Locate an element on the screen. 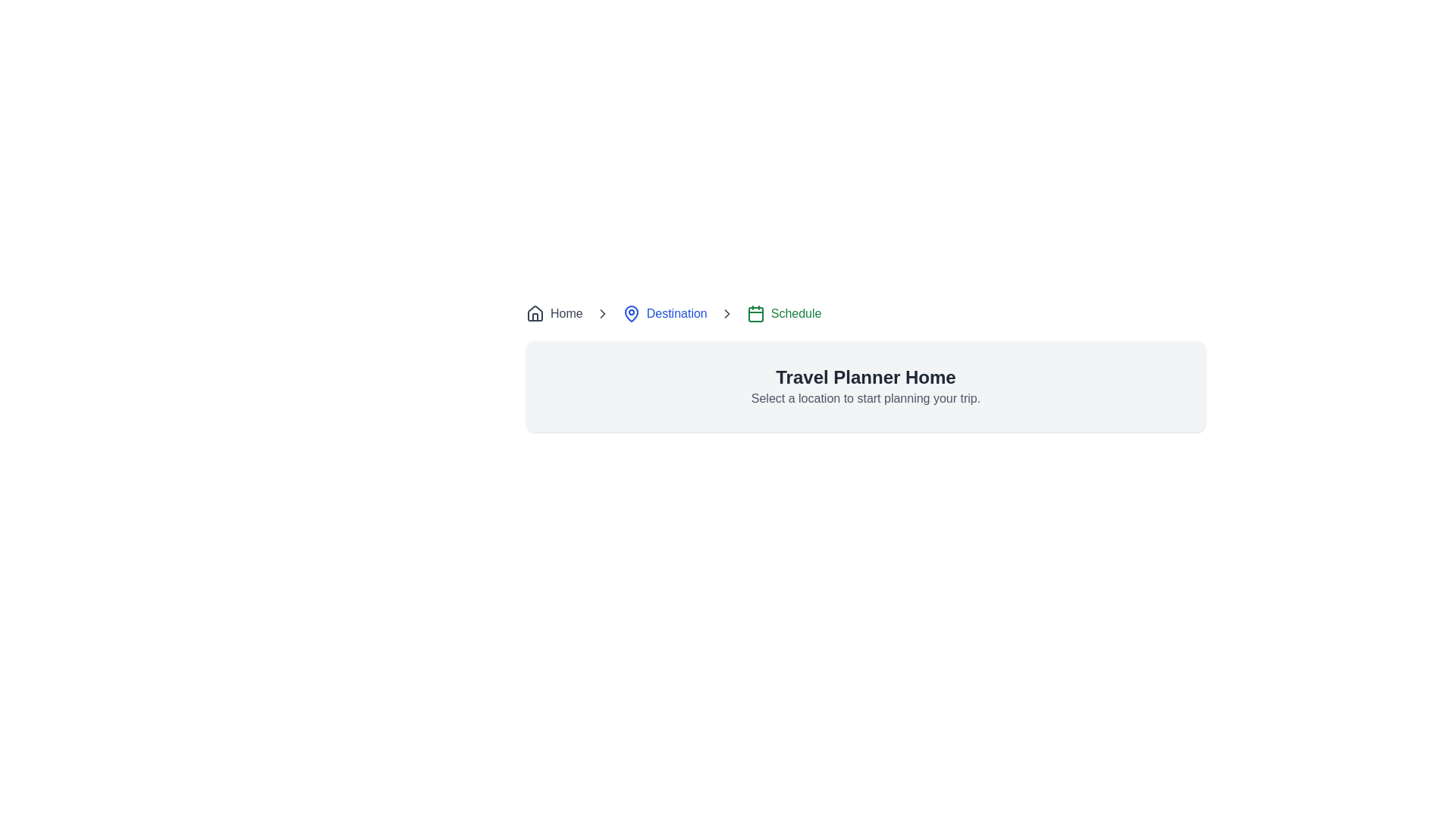  the indication of the pin-shaped vector icon, which signifies a location, located between the 'Home' and 'Schedule' navigation links is located at coordinates (631, 312).